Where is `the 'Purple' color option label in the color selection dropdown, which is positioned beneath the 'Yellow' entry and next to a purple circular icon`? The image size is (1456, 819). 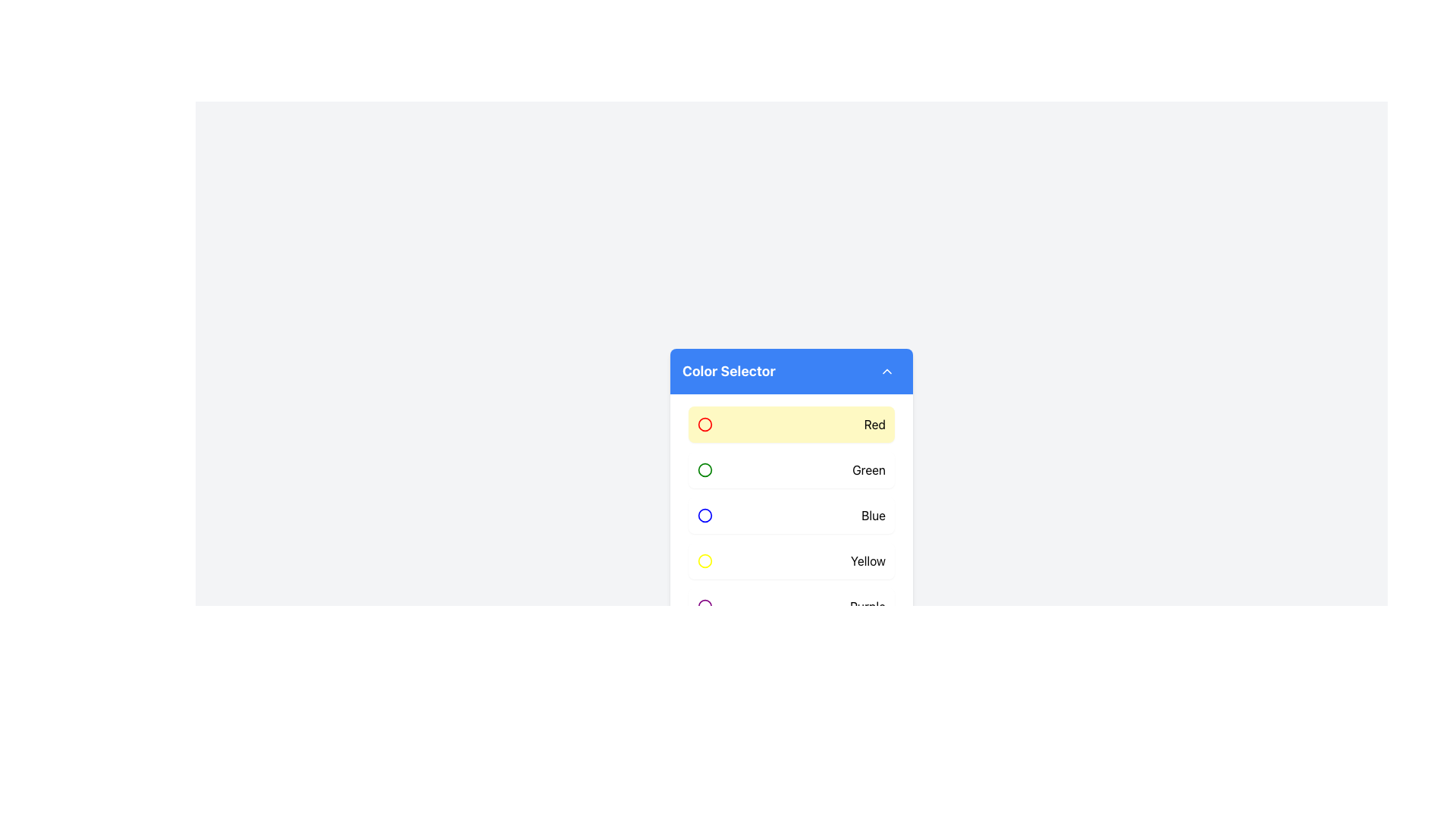 the 'Purple' color option label in the color selection dropdown, which is positioned beneath the 'Yellow' entry and next to a purple circular icon is located at coordinates (868, 605).